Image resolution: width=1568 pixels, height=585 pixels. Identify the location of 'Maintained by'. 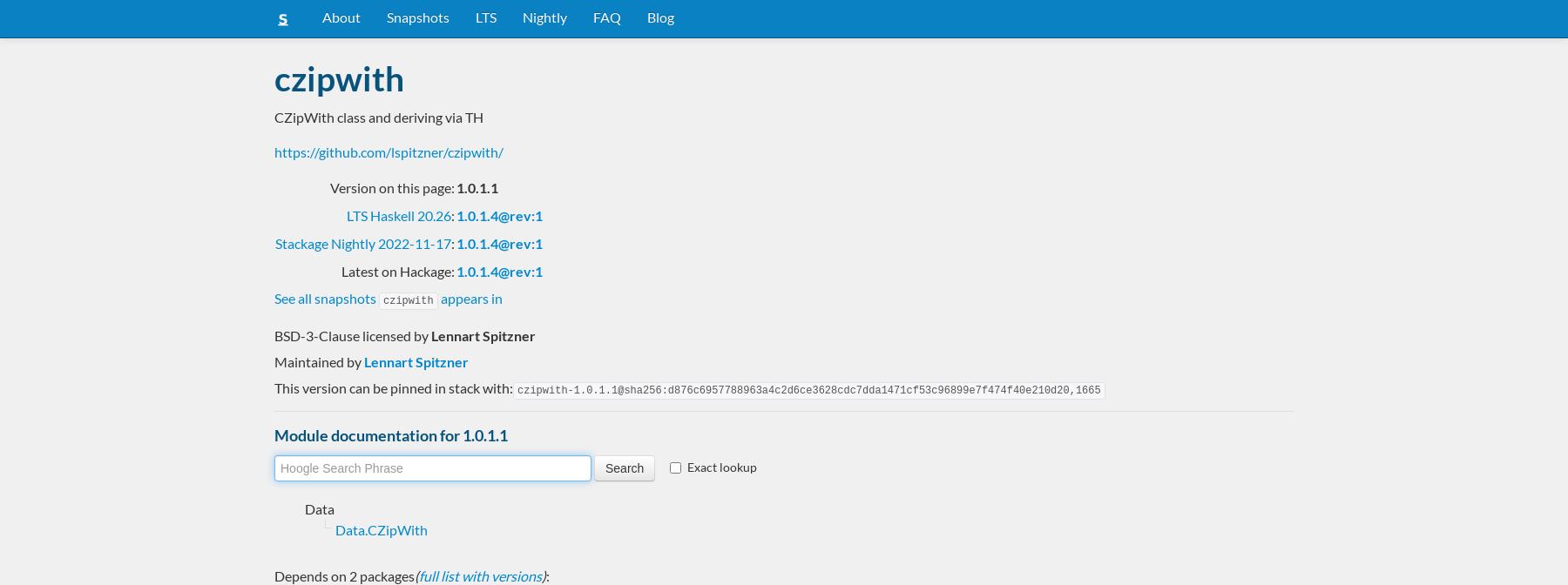
(319, 360).